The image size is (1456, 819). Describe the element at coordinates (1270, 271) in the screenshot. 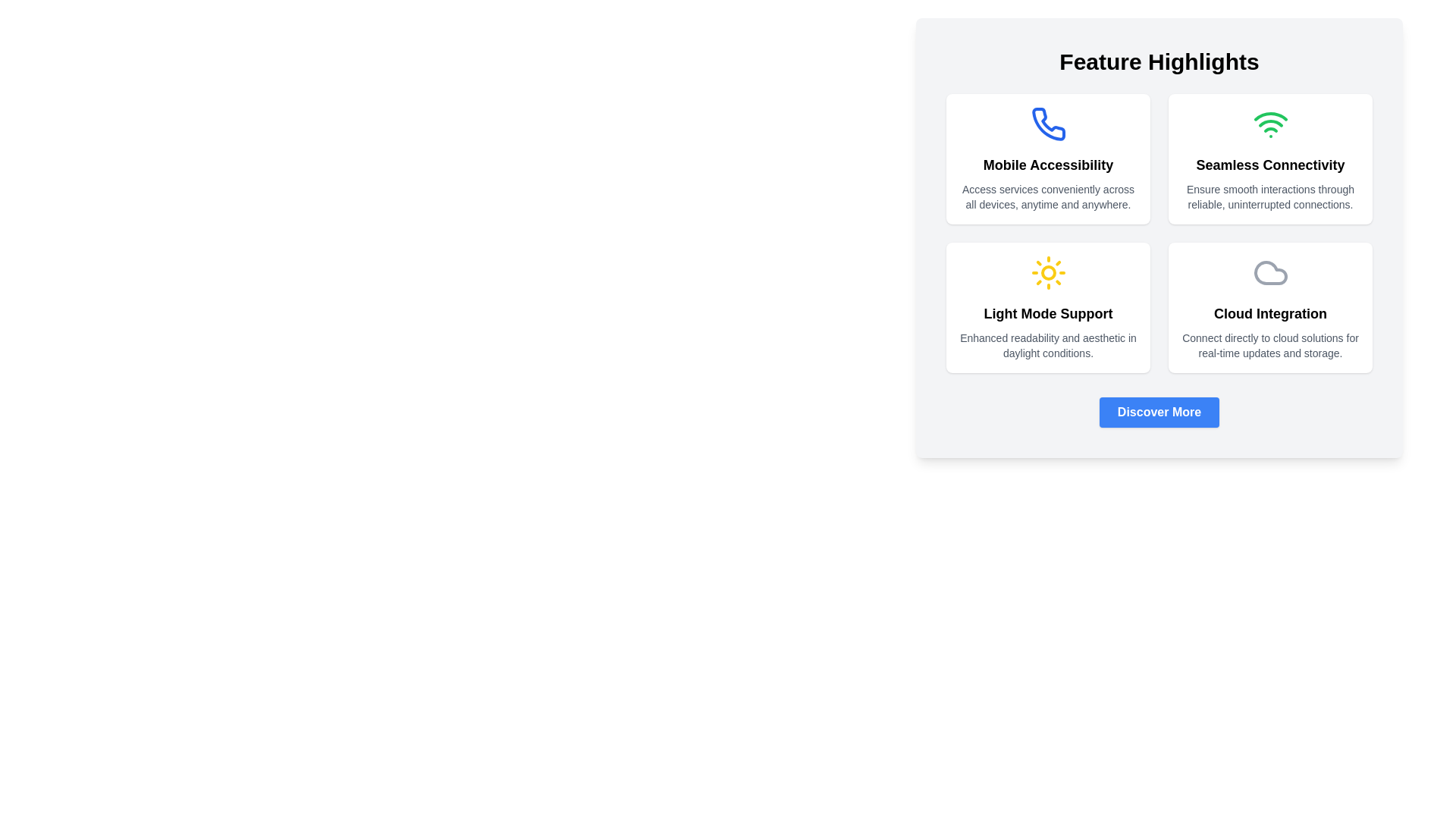

I see `the cloud integration icon located in the top center of the 'Cloud Integration' card in the 'Feature Highlights' section` at that location.